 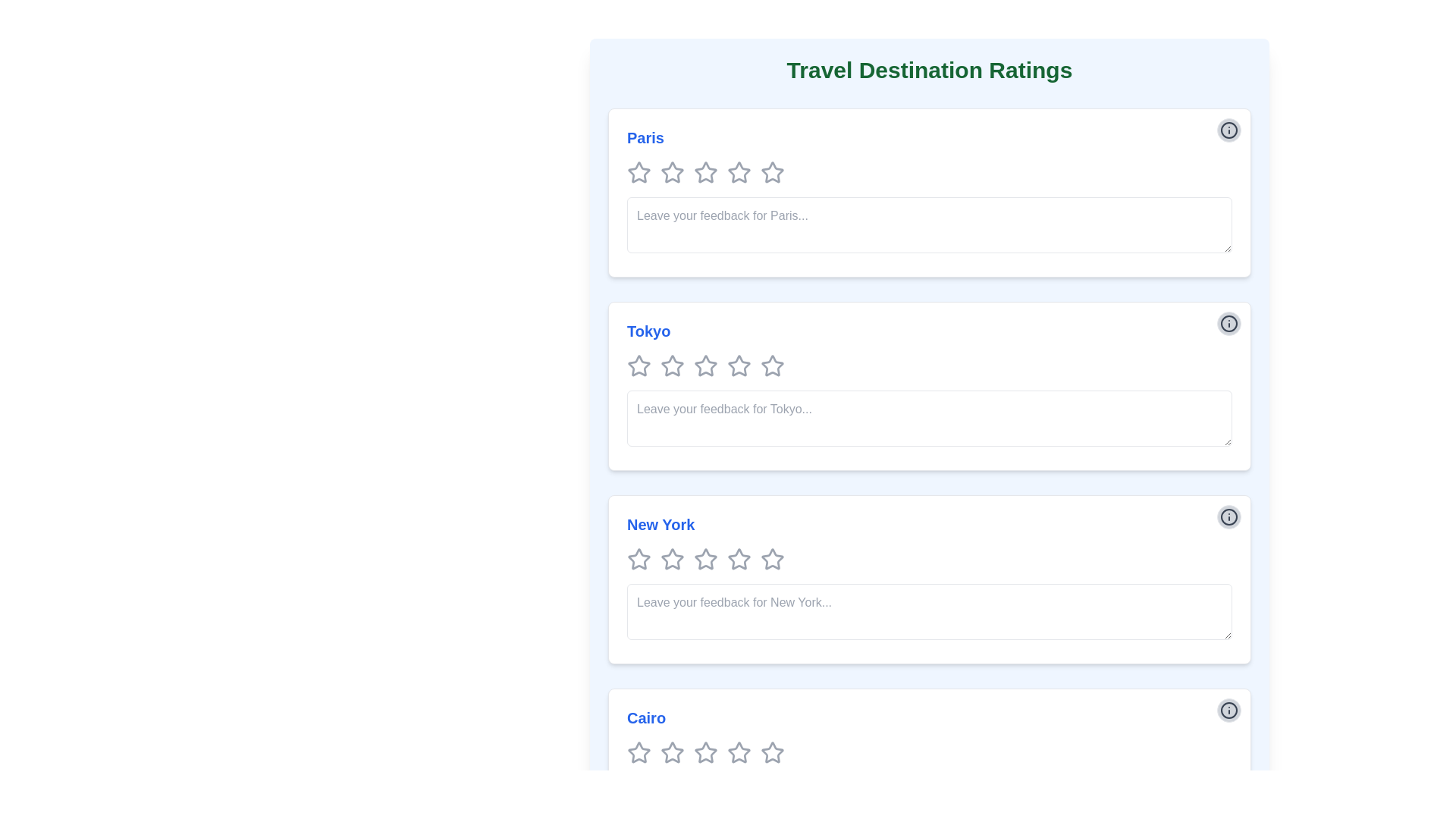 I want to click on the third star in the 5-star rating system for the 'New York' section, so click(x=739, y=559).